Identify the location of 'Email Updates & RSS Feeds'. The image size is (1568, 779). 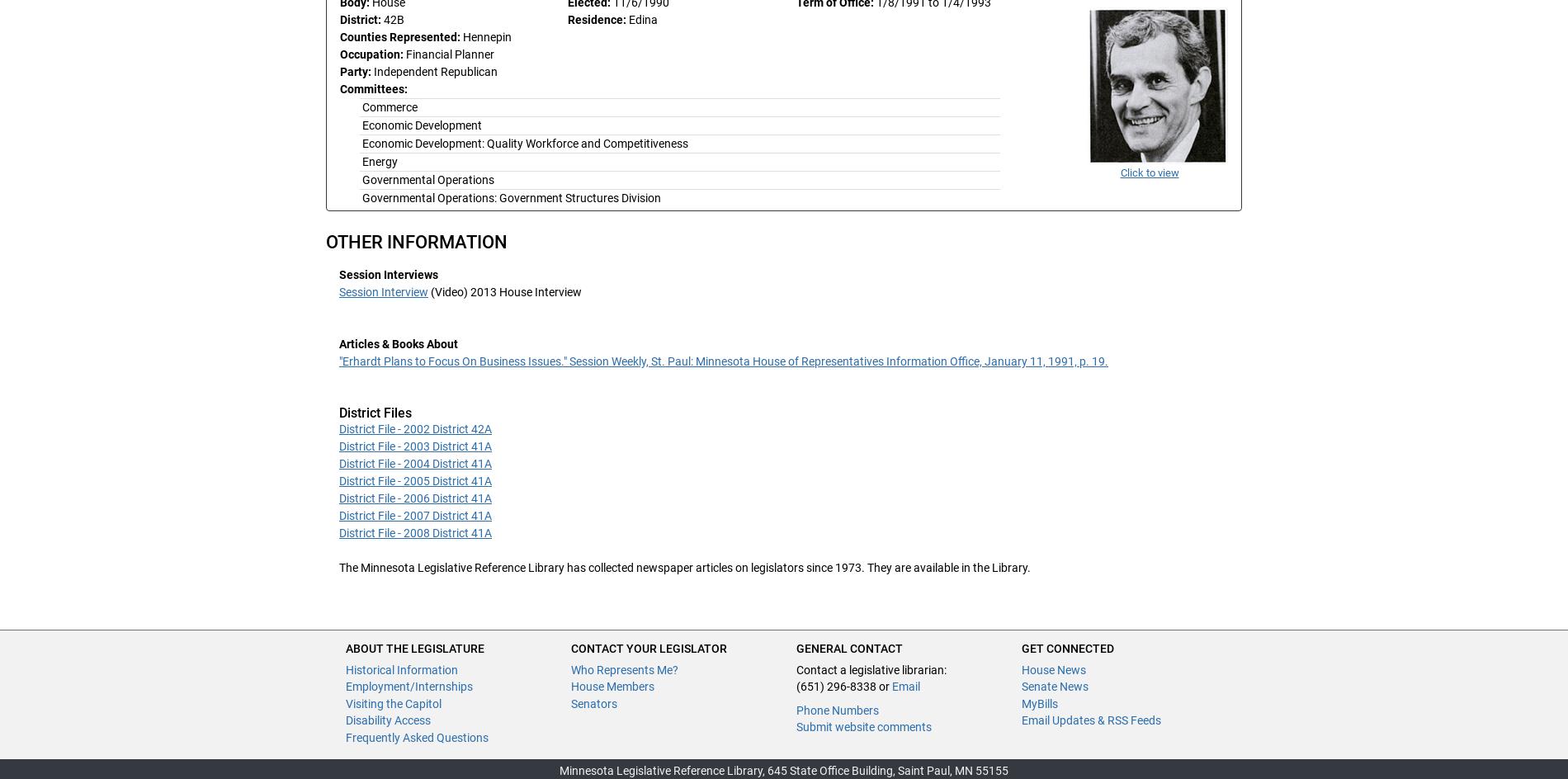
(1090, 720).